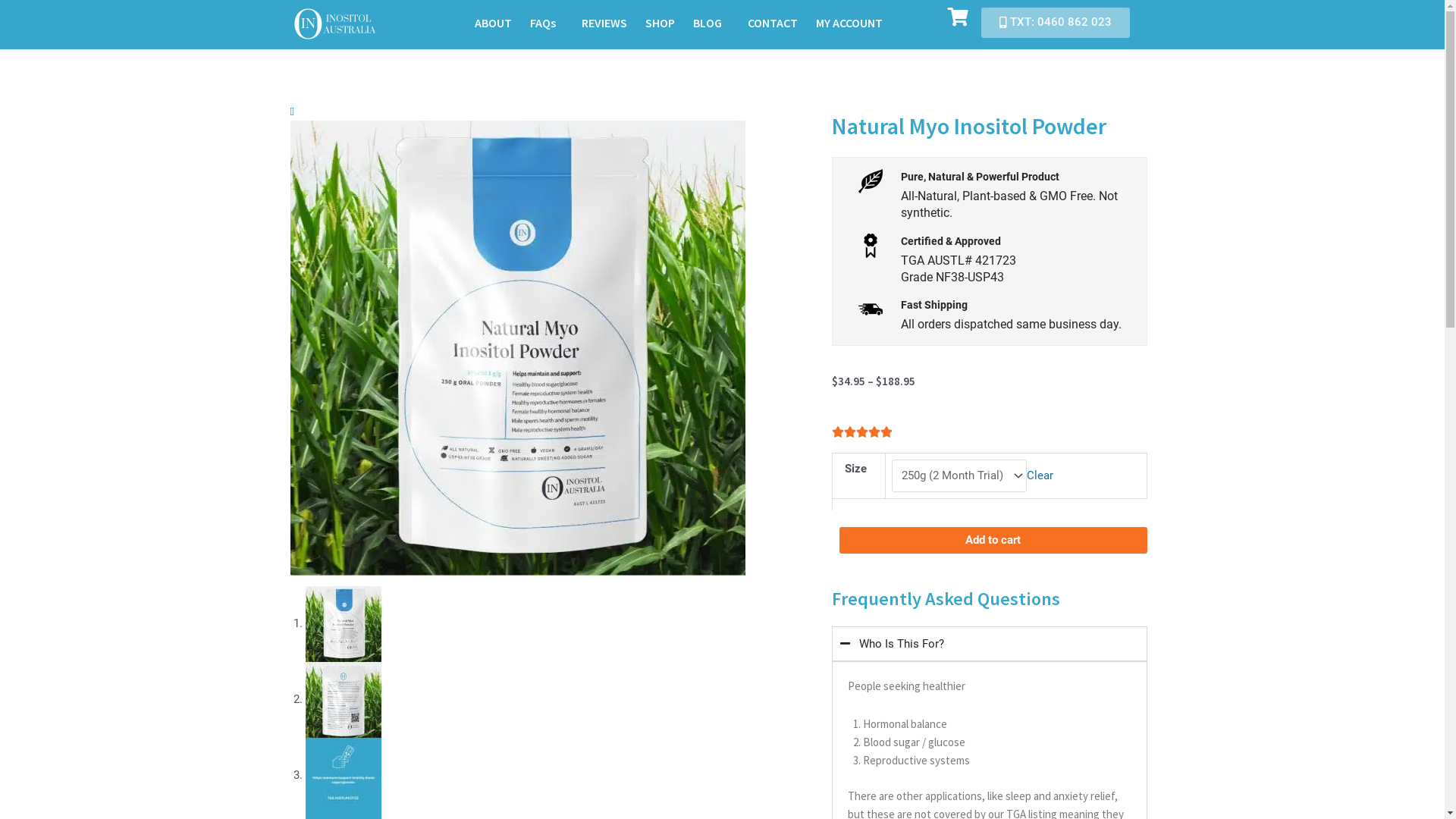  Describe the element at coordinates (493, 23) in the screenshot. I see `'ABOUT'` at that location.